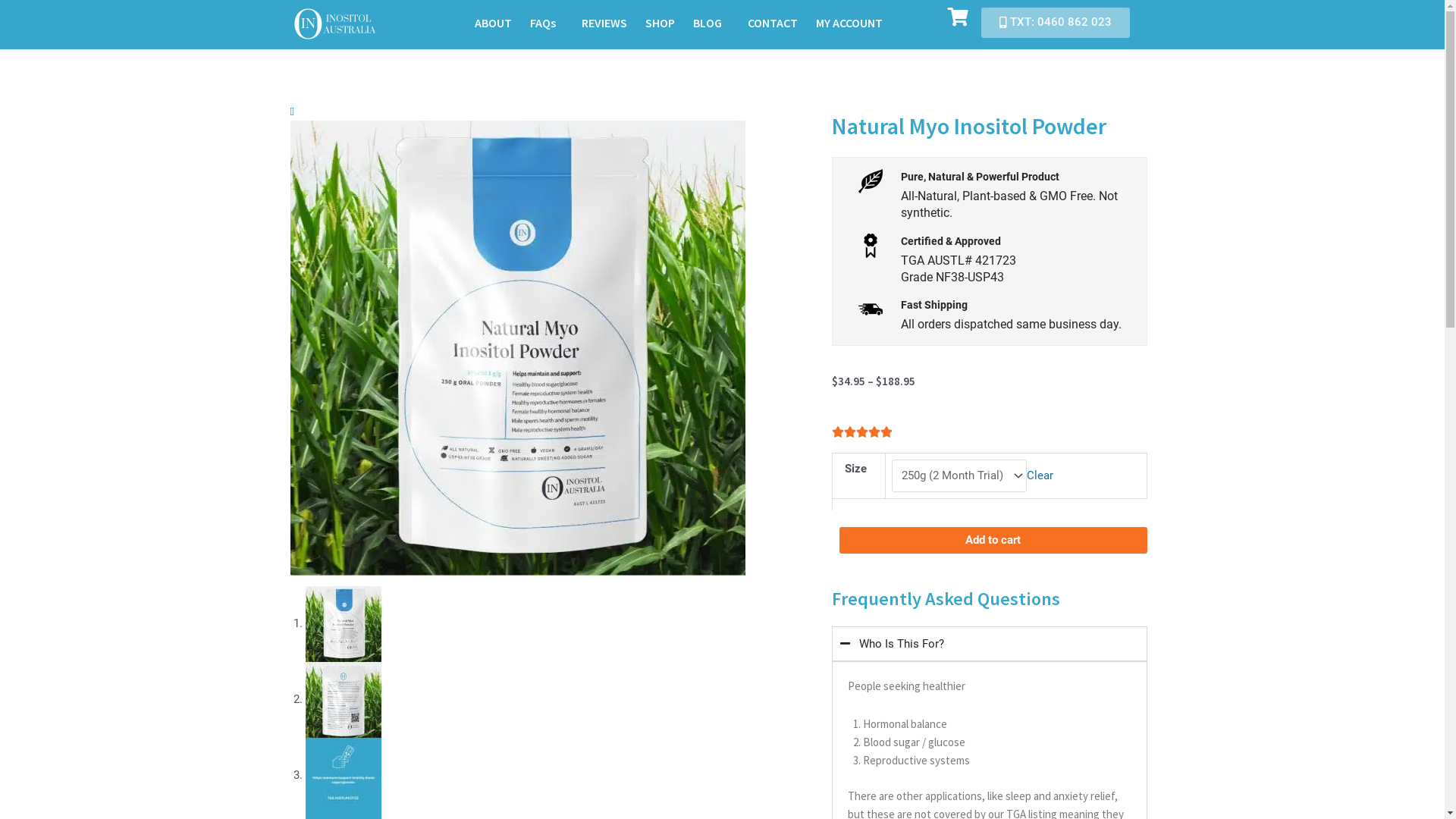  Describe the element at coordinates (493, 23) in the screenshot. I see `'ABOUT'` at that location.